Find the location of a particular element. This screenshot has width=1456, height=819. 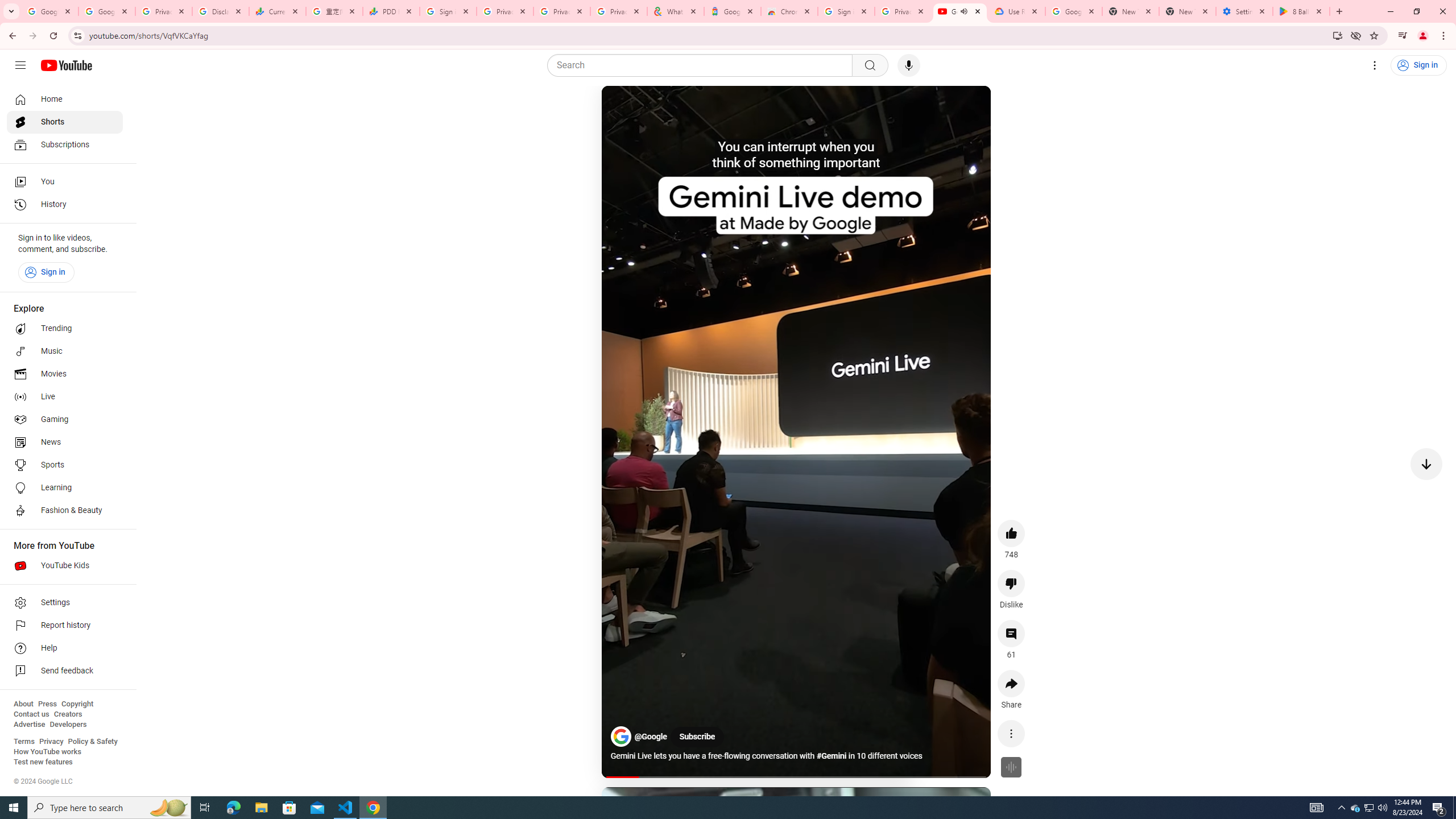

'History' is located at coordinates (64, 205).